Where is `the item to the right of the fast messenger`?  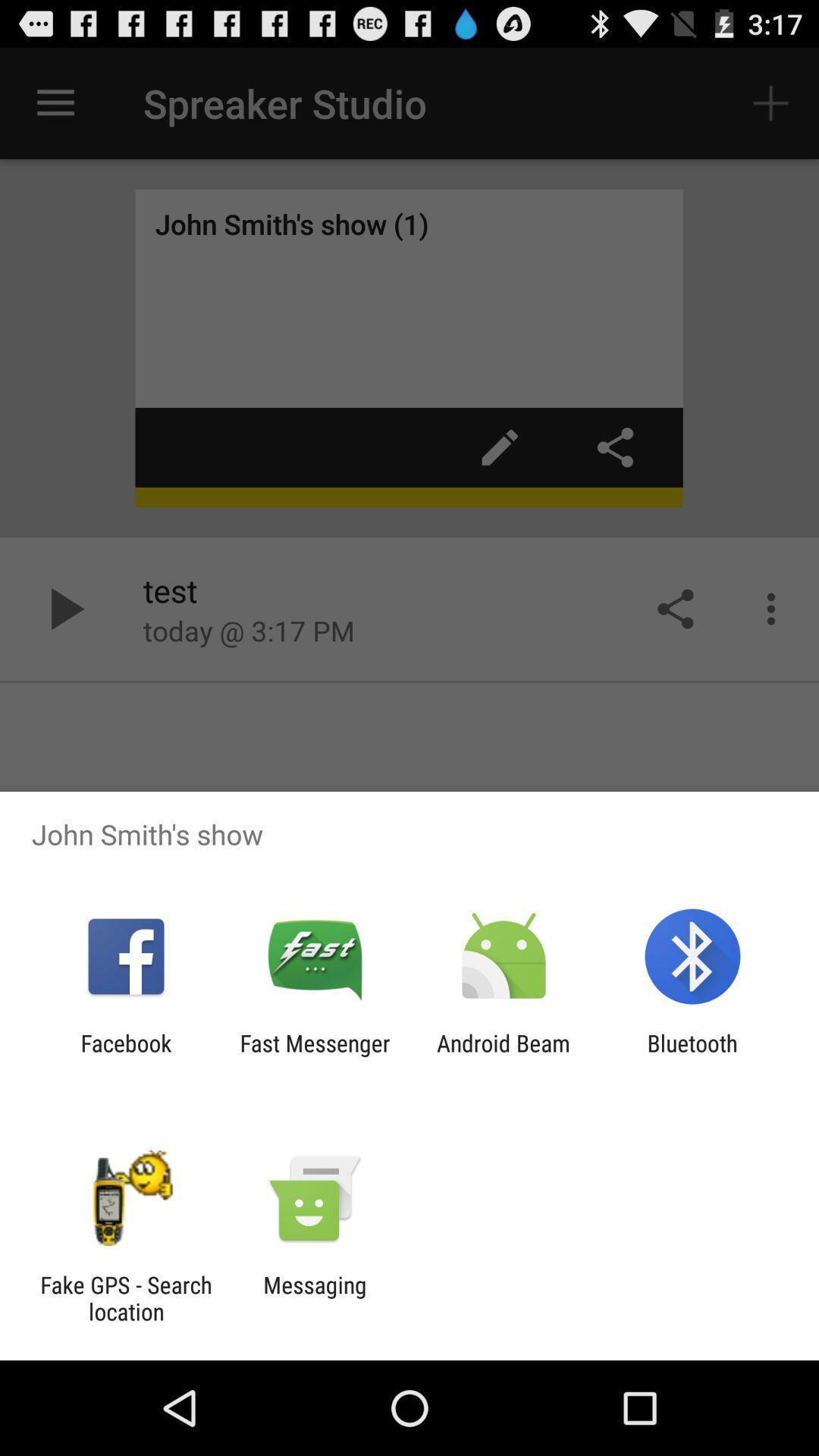
the item to the right of the fast messenger is located at coordinates (504, 1056).